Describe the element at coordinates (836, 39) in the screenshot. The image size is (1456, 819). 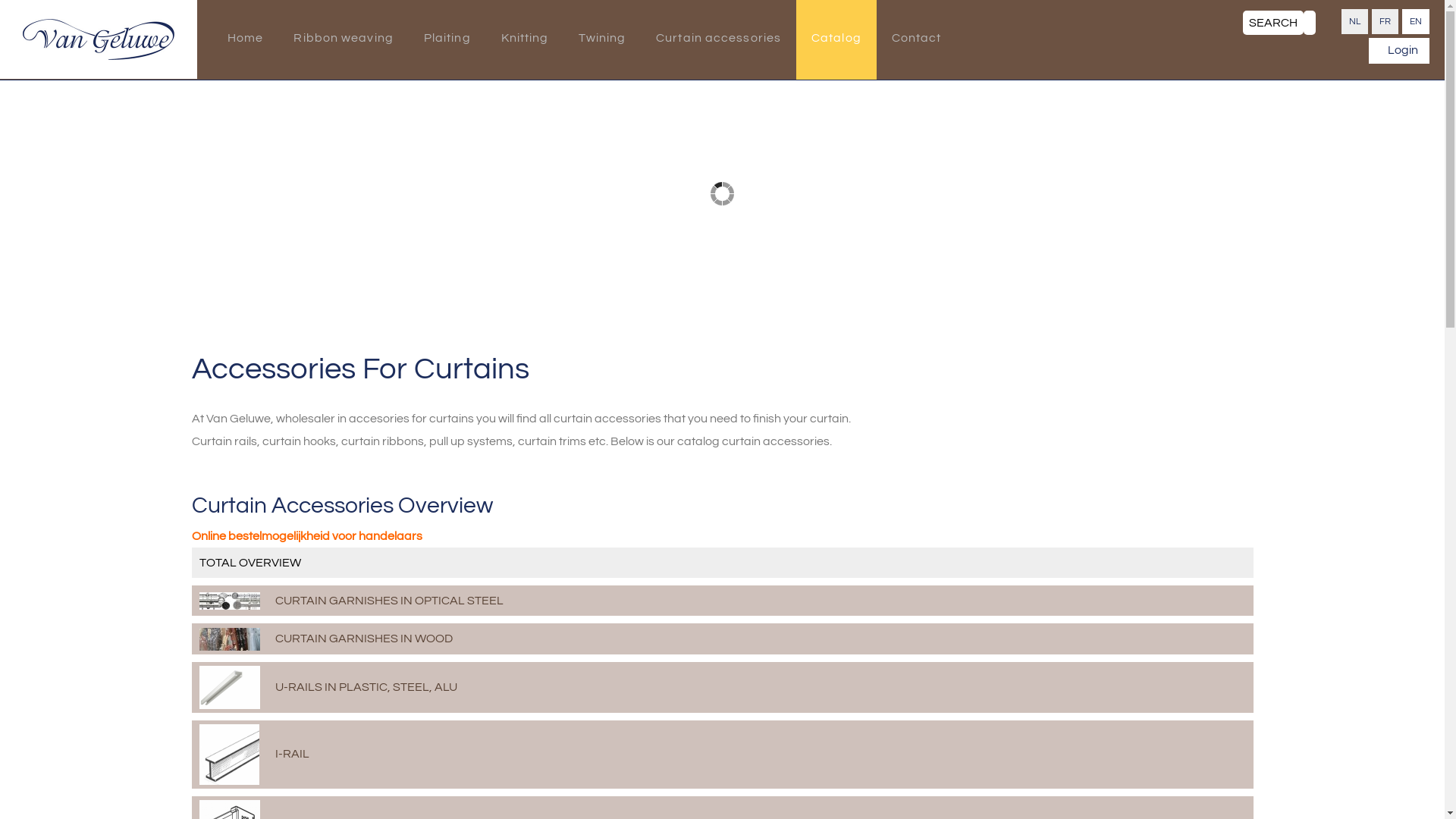
I see `'Catalog'` at that location.